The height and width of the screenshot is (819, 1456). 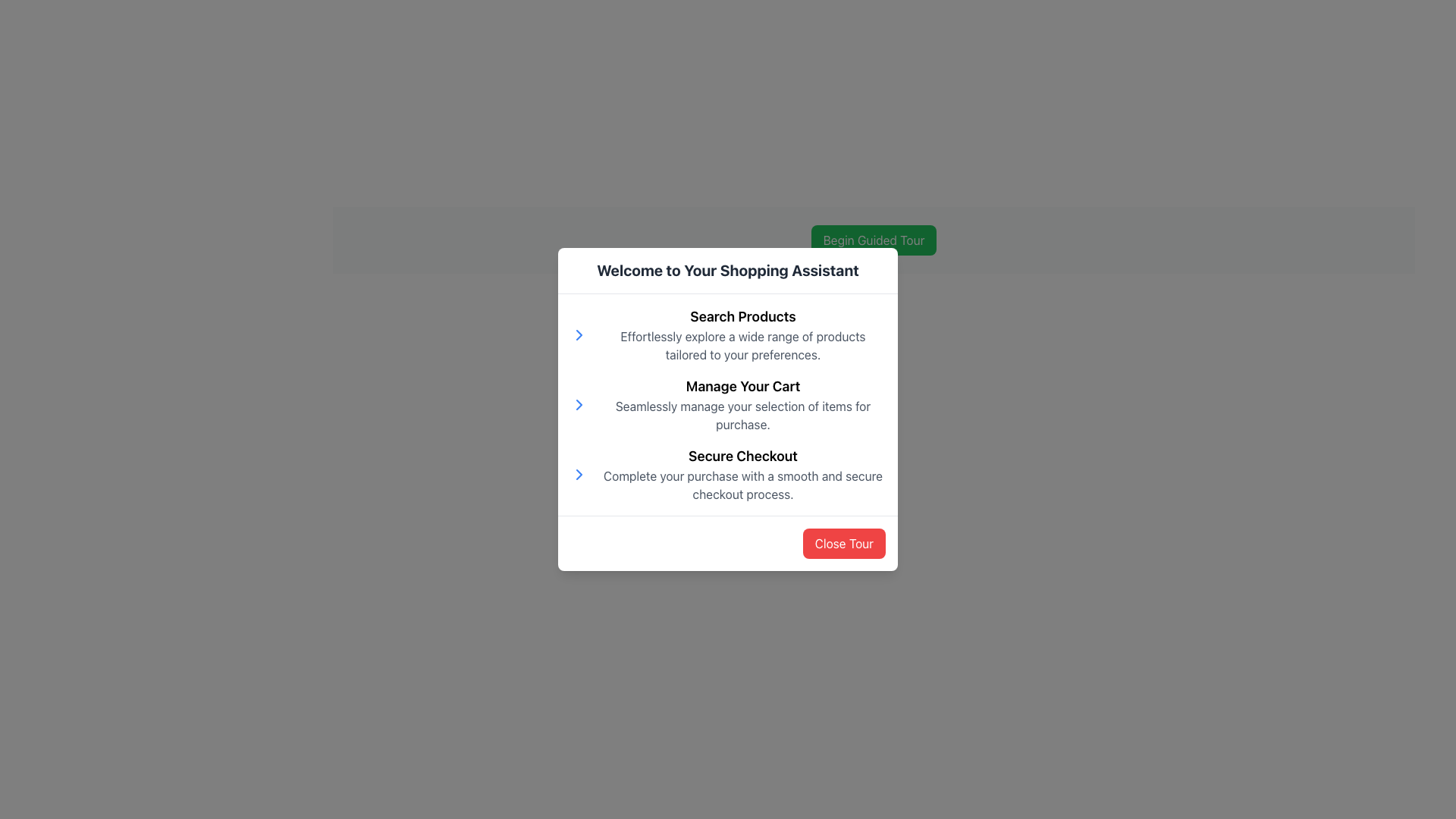 I want to click on description of the 'Search Products' feature located in the first text block of the centered modal box, so click(x=728, y=334).